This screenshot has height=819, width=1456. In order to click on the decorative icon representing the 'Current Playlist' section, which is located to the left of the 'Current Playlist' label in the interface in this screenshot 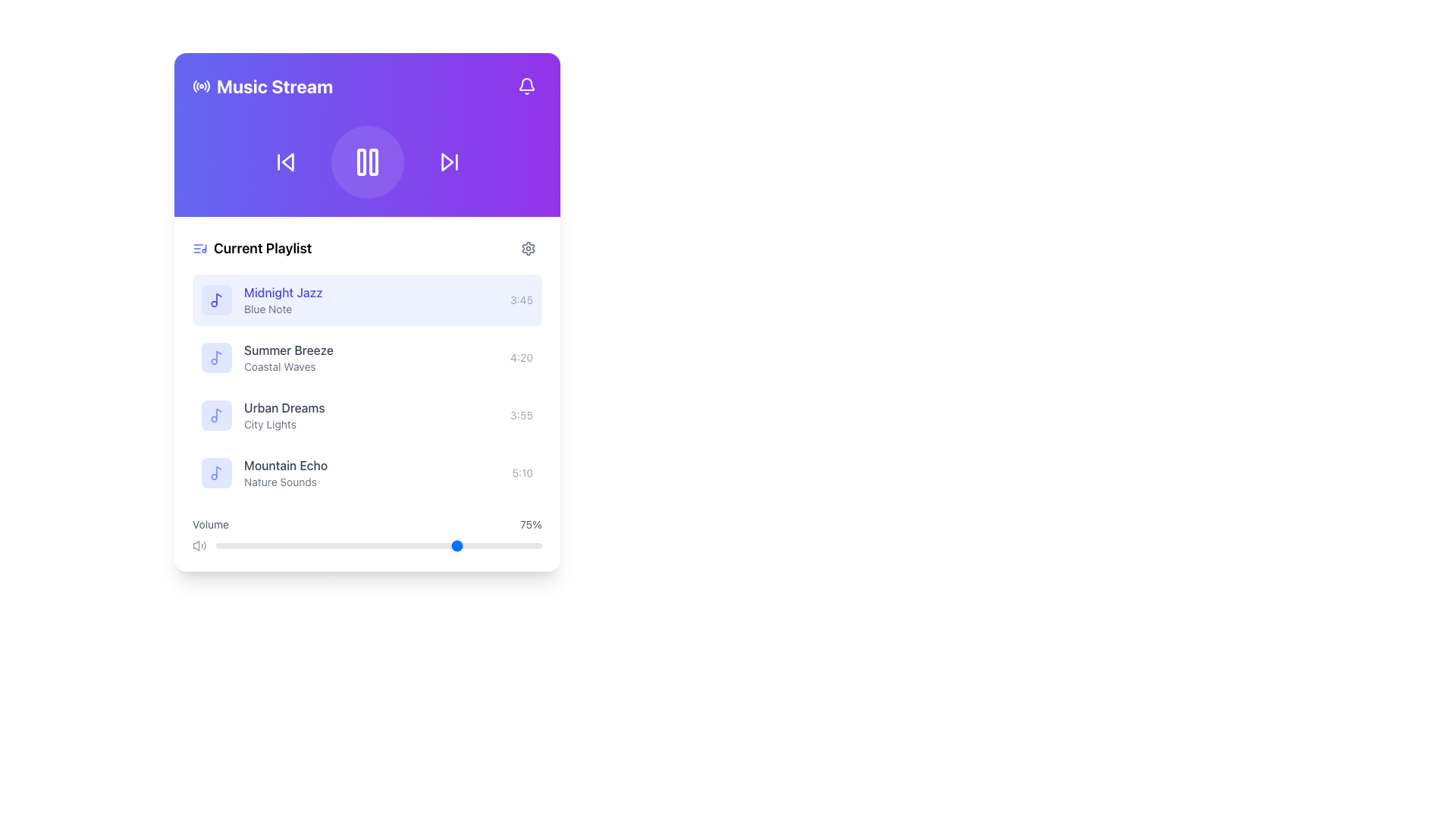, I will do `click(199, 247)`.